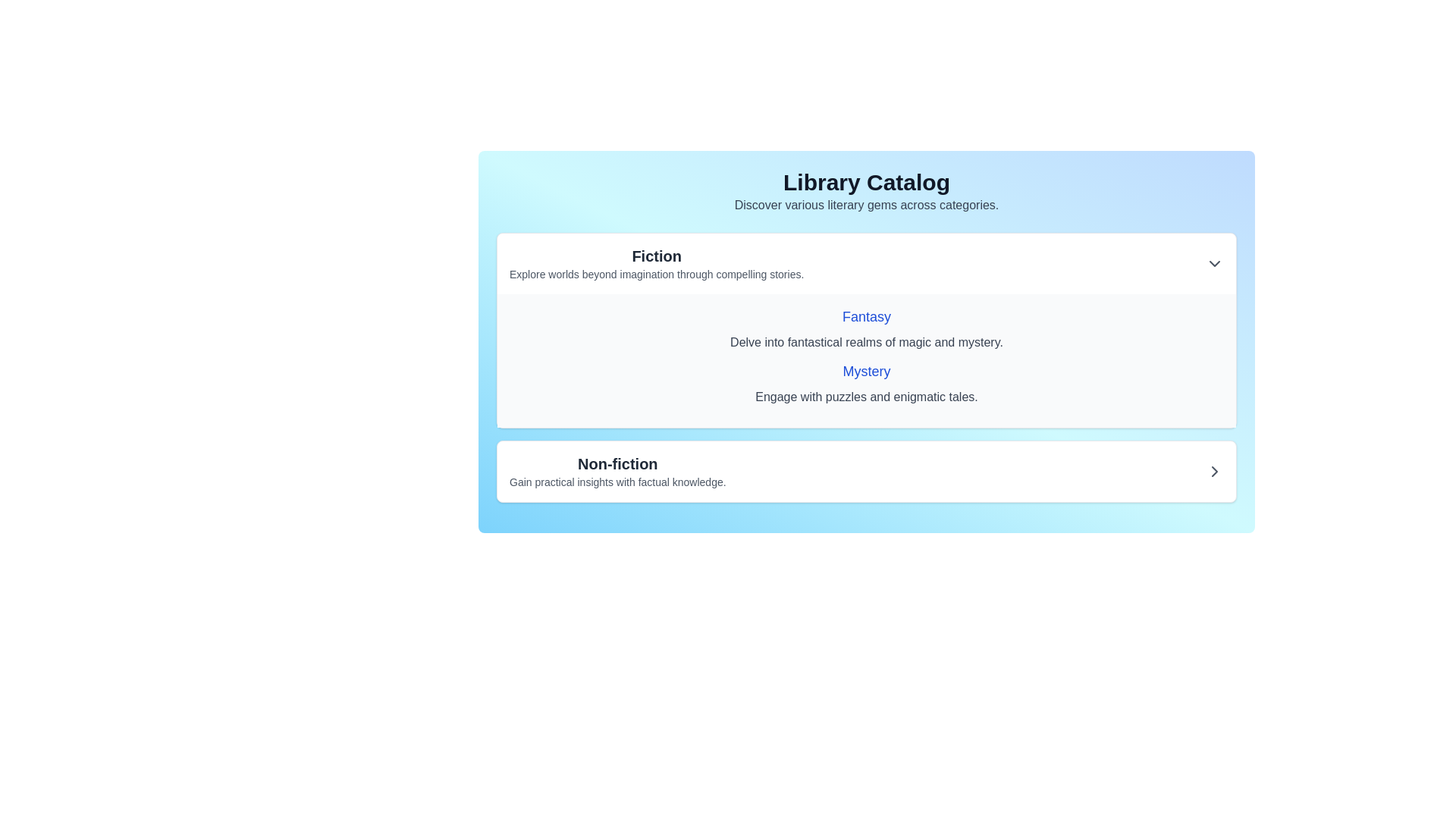  I want to click on the static text label that reads 'Gain practical insights with factual knowledge.', positioned below the 'Non-fiction' title in a minimalist design, so click(617, 482).